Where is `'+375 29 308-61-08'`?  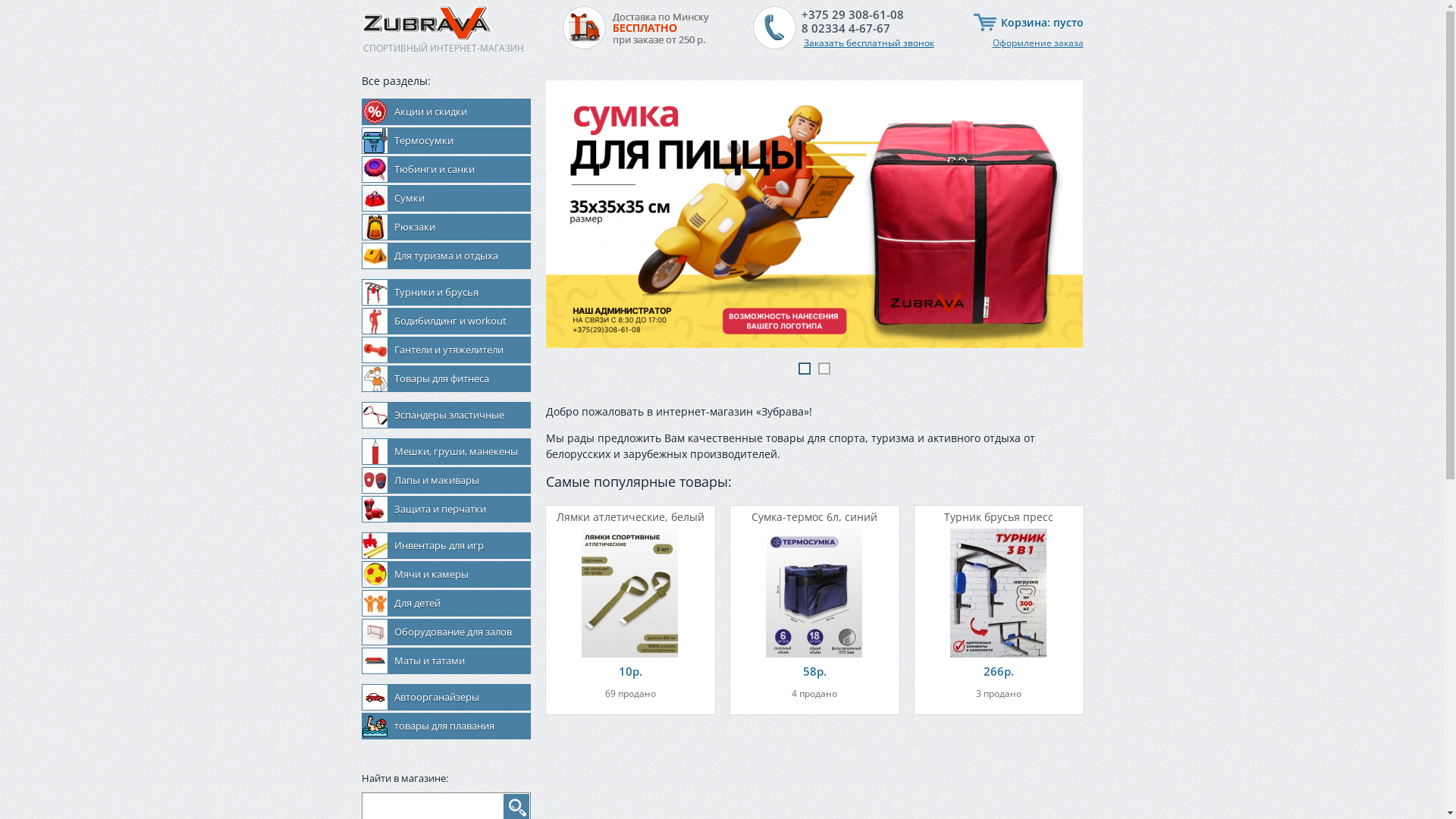 '+375 29 308-61-08' is located at coordinates (852, 14).